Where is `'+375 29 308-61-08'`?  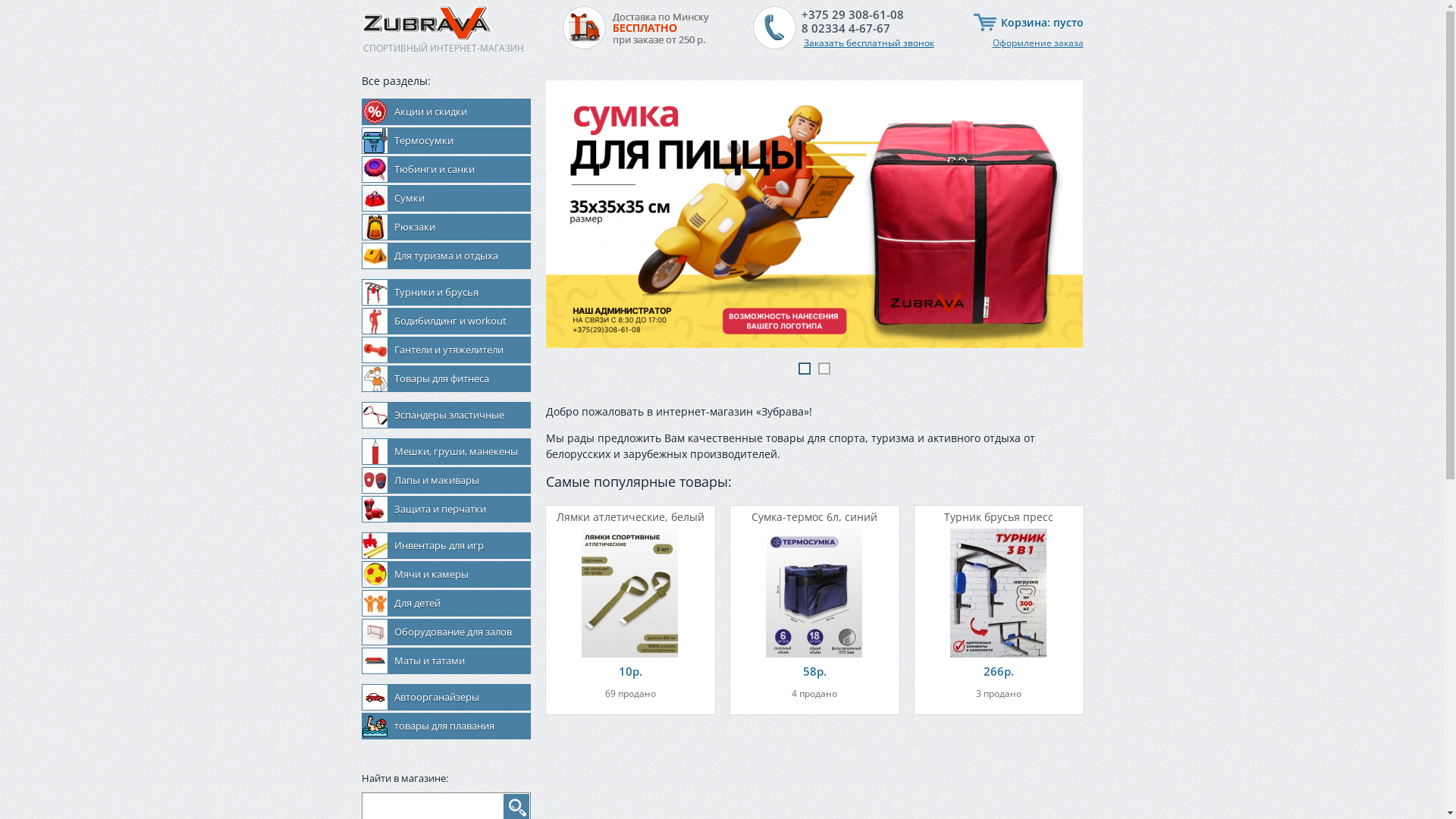 '+375 29 308-61-08' is located at coordinates (852, 14).